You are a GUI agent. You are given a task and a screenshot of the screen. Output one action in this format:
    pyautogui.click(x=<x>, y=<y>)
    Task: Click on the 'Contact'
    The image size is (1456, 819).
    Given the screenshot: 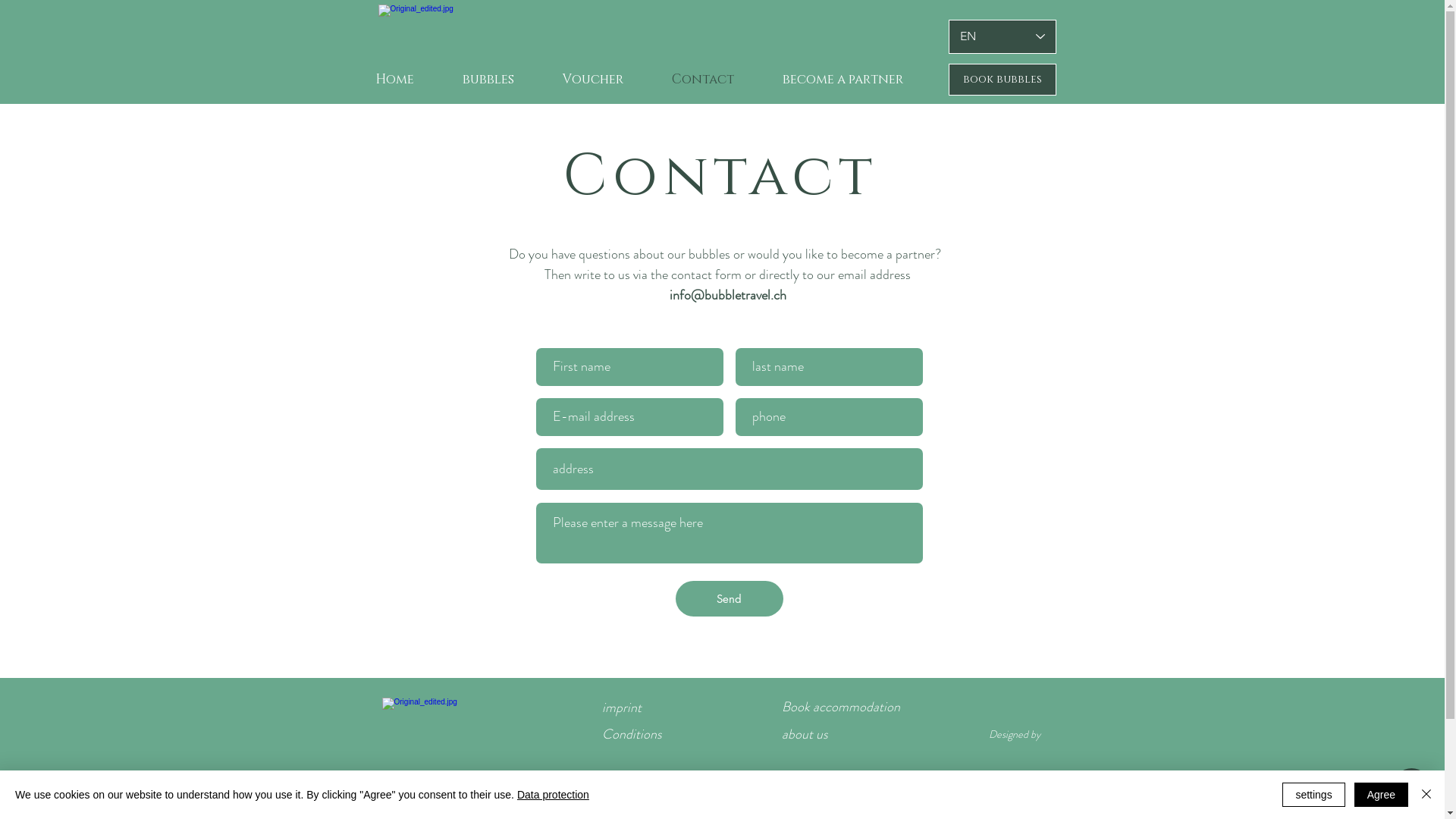 What is the action you would take?
    pyautogui.click(x=701, y=79)
    